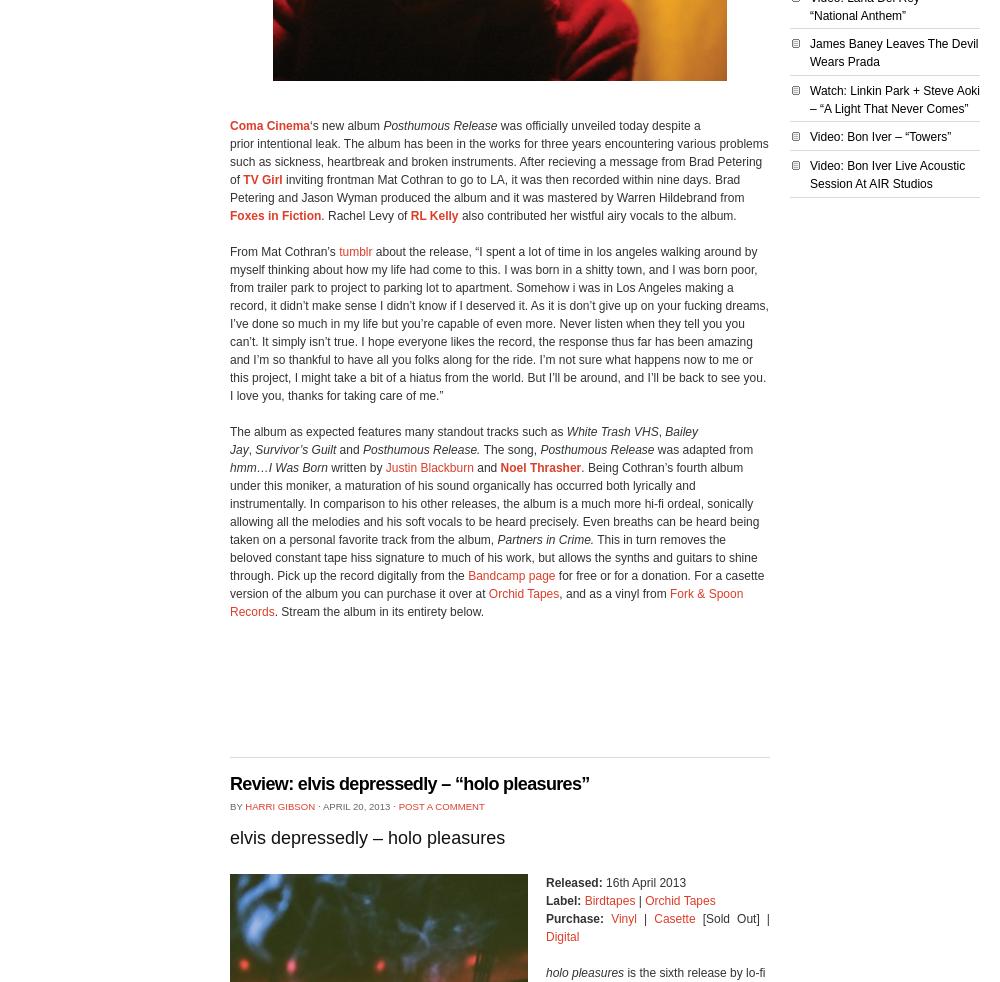  I want to click on 'Post a comment', so click(440, 805).